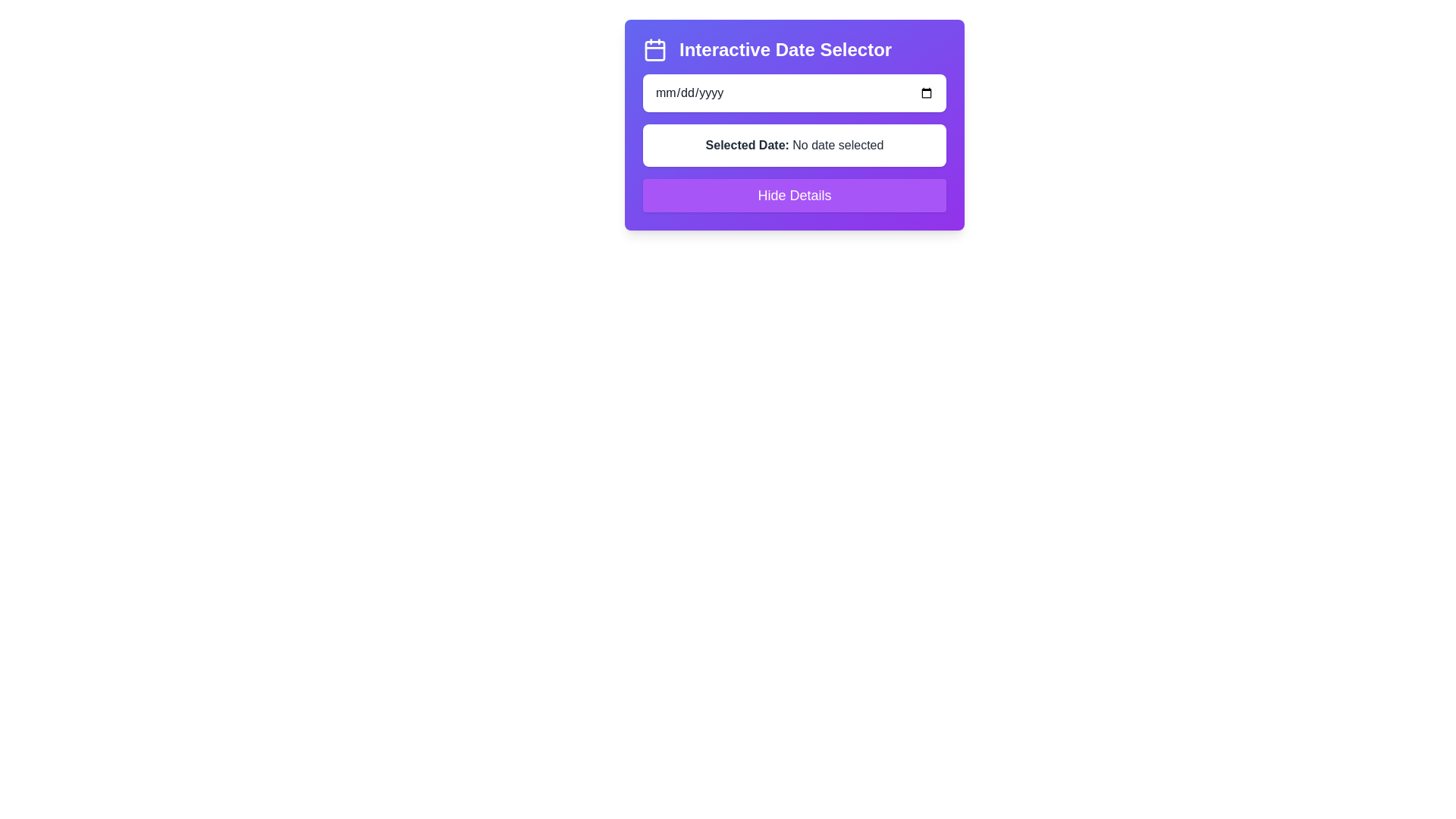  Describe the element at coordinates (793, 146) in the screenshot. I see `the text label displaying 'Selected Date: No date selected.' which is located under the date input field and above the 'Hide Details' button` at that location.